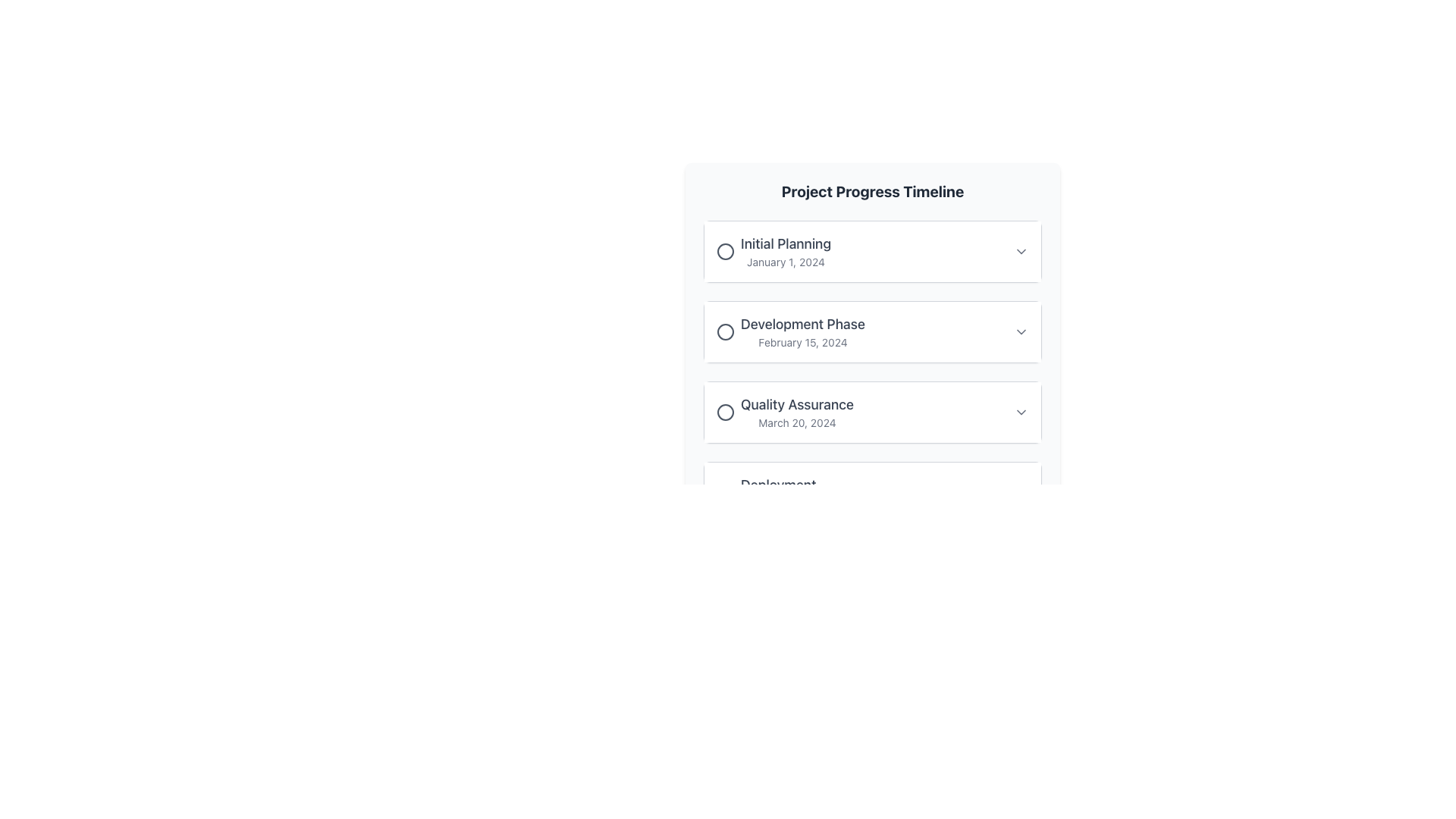 The height and width of the screenshot is (819, 1456). What do you see at coordinates (802, 342) in the screenshot?
I see `the timestamp Text Label that indicates the deadline for the 'Development Phase' in the project timeline` at bounding box center [802, 342].